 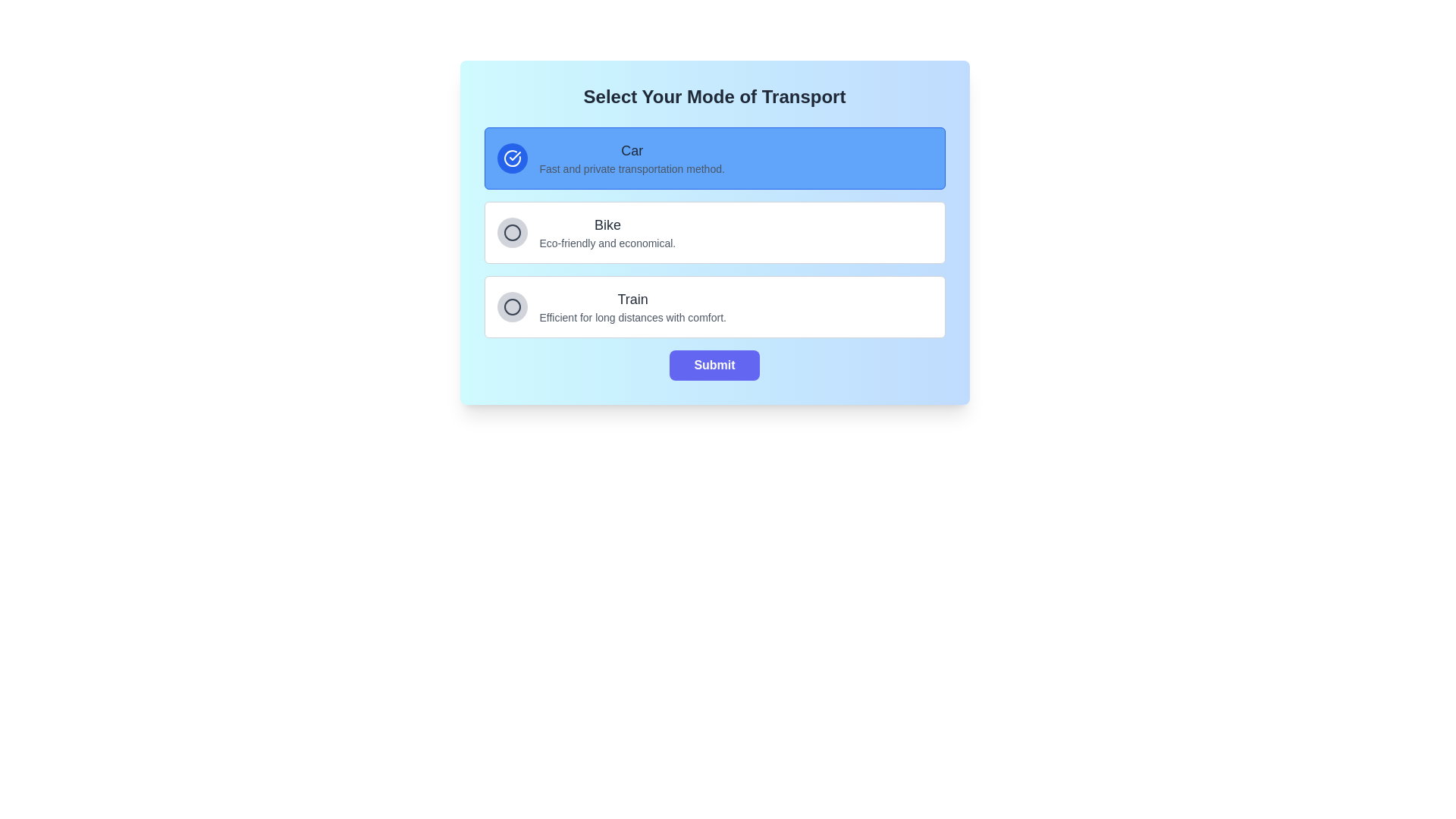 I want to click on the 'Train' label, which is a prominent text element in dark gray, serving as the header for the third transport option in the list, so click(x=632, y=299).